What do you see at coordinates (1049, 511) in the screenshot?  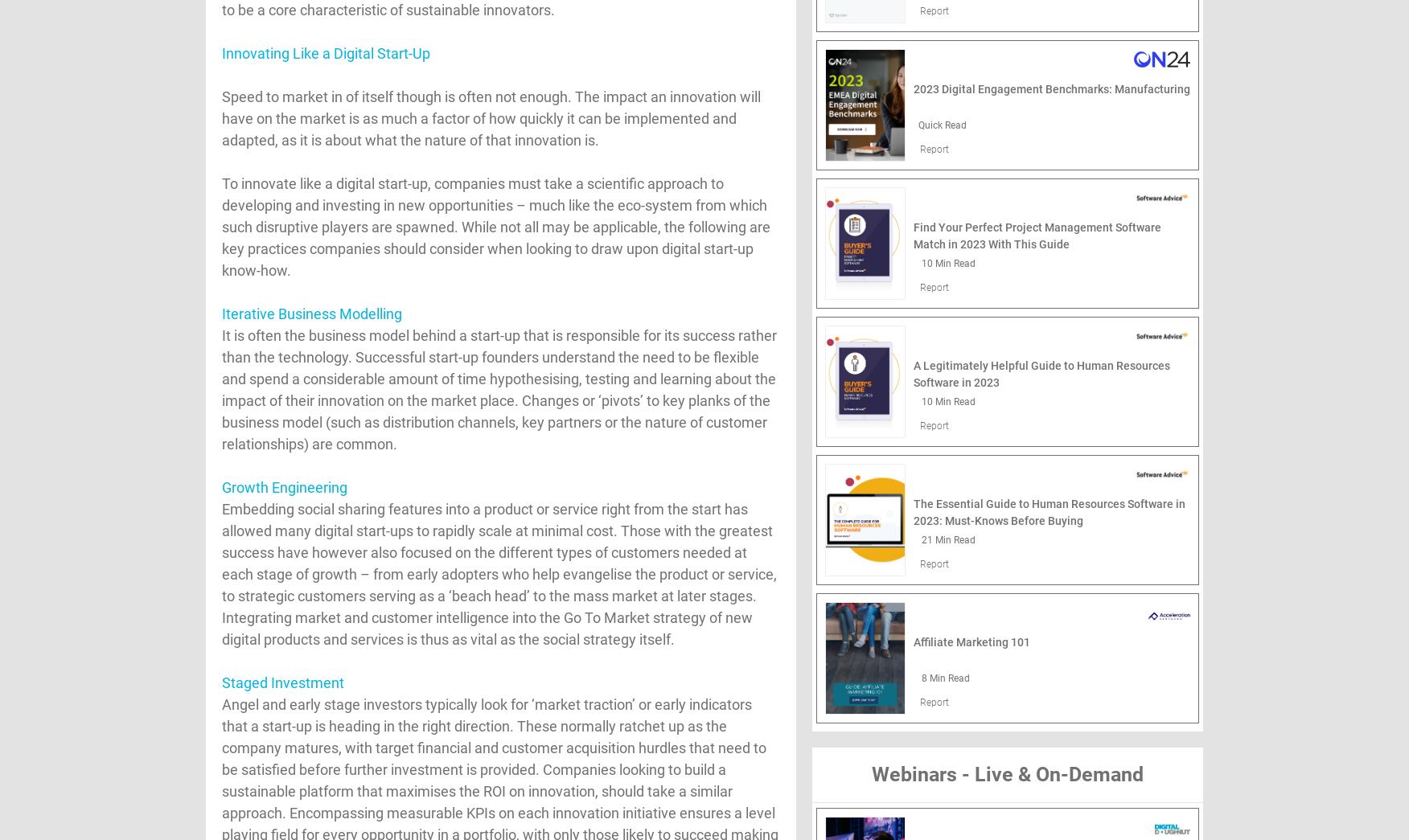 I see `'The Essential Guide to Human Resources Software in 2023: Must-Knows Before Buying'` at bounding box center [1049, 511].